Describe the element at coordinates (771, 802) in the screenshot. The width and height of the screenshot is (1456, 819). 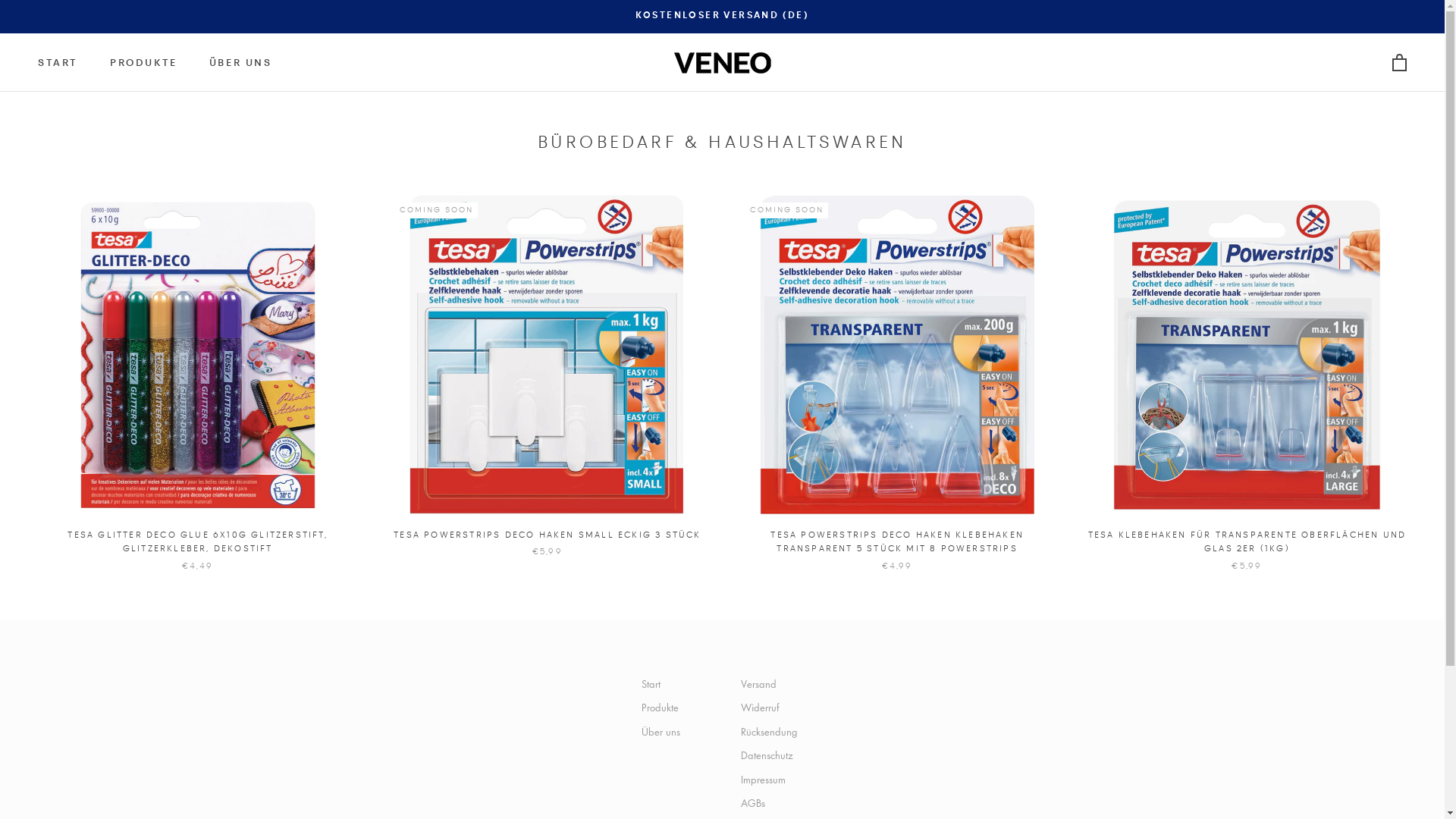
I see `'AGBs'` at that location.